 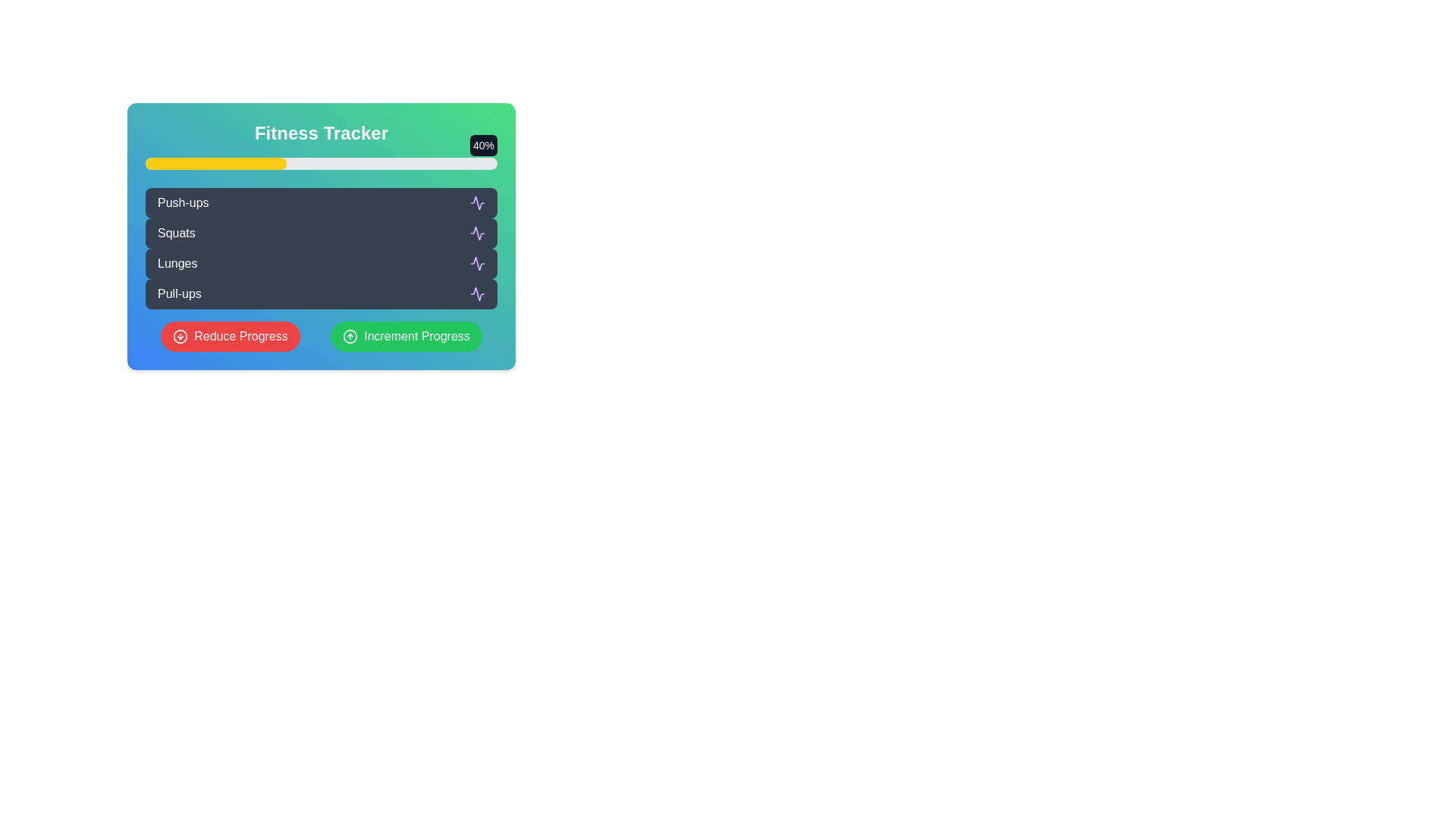 What do you see at coordinates (320, 234) in the screenshot?
I see `the 'Squats' list item in the fitness tracker, which is the second item in a vertical list of exercise components` at bounding box center [320, 234].